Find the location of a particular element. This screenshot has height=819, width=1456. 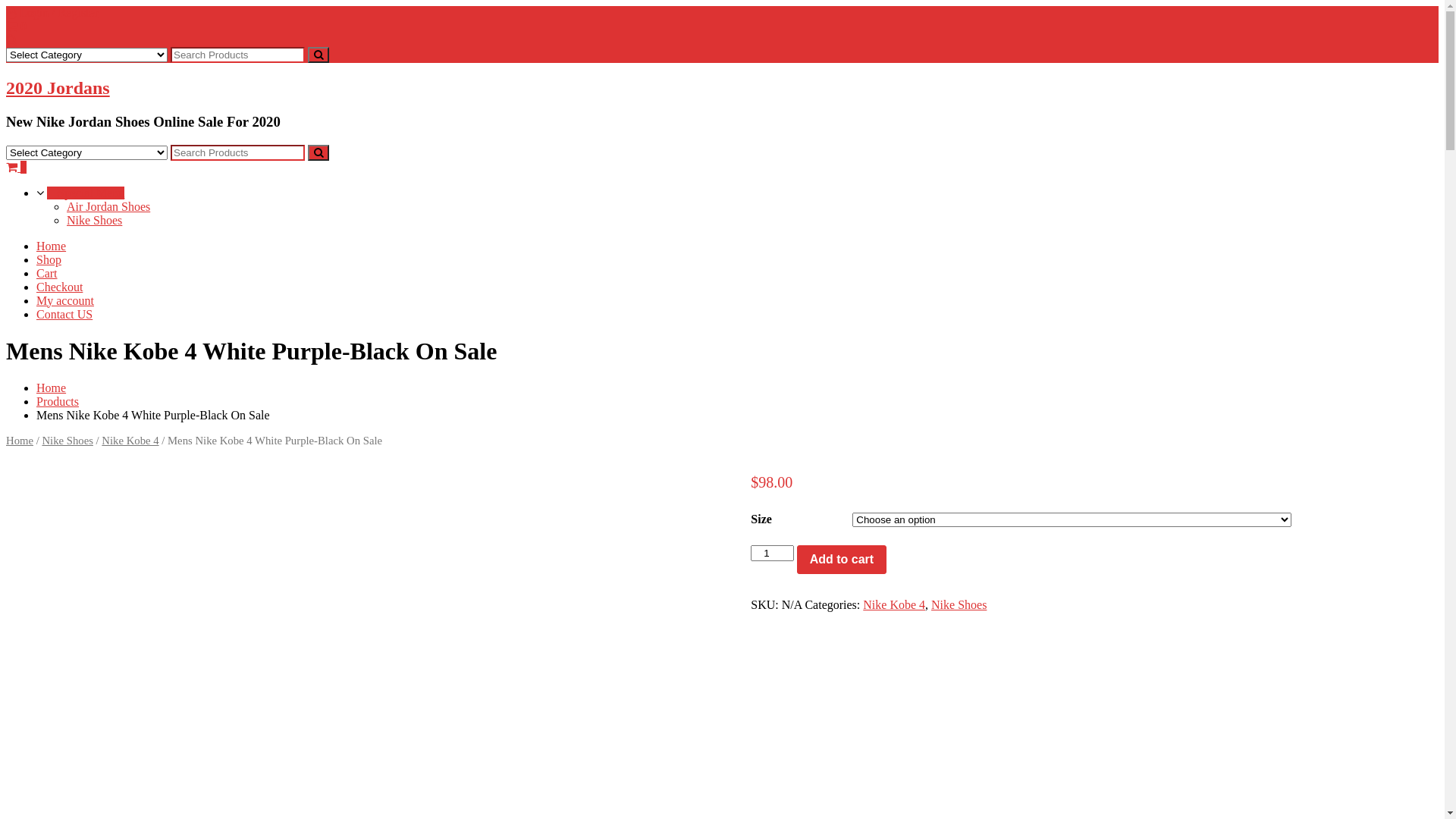

'Add to cart' is located at coordinates (840, 559).